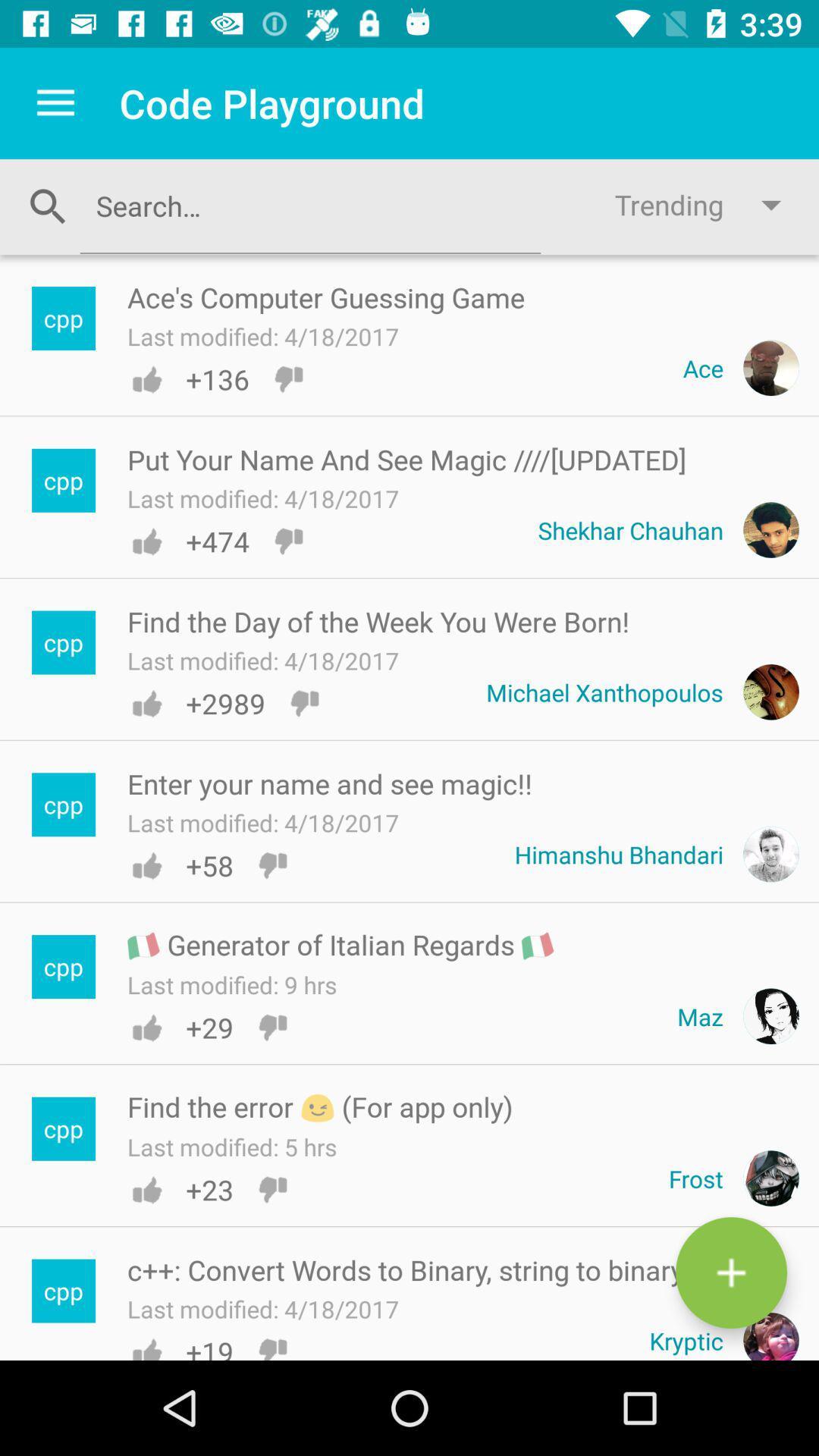 The image size is (819, 1456). Describe the element at coordinates (730, 1272) in the screenshot. I see `code` at that location.